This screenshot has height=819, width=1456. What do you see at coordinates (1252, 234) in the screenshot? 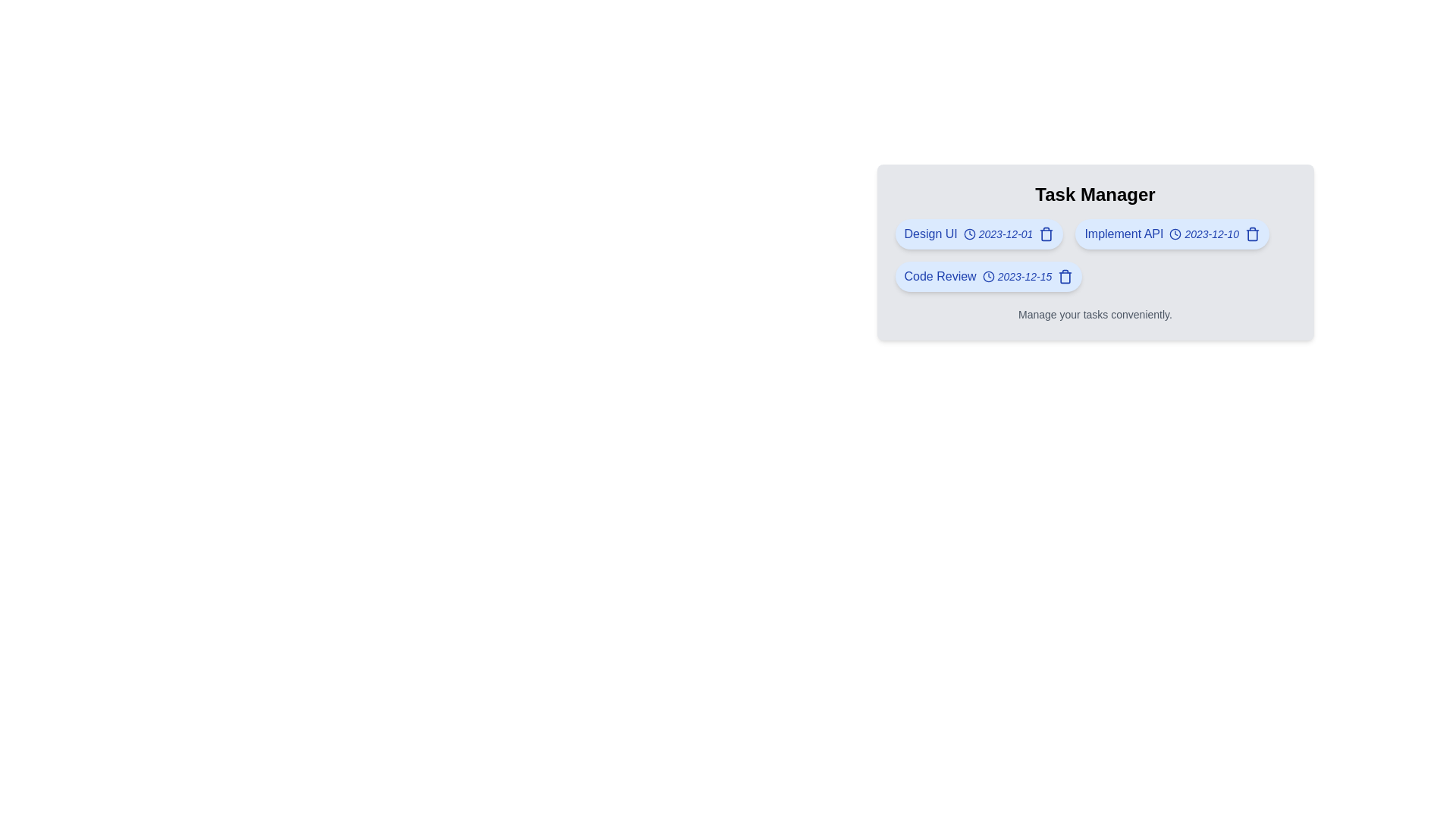
I see `the trash icon to remove the task named Implement API` at bounding box center [1252, 234].